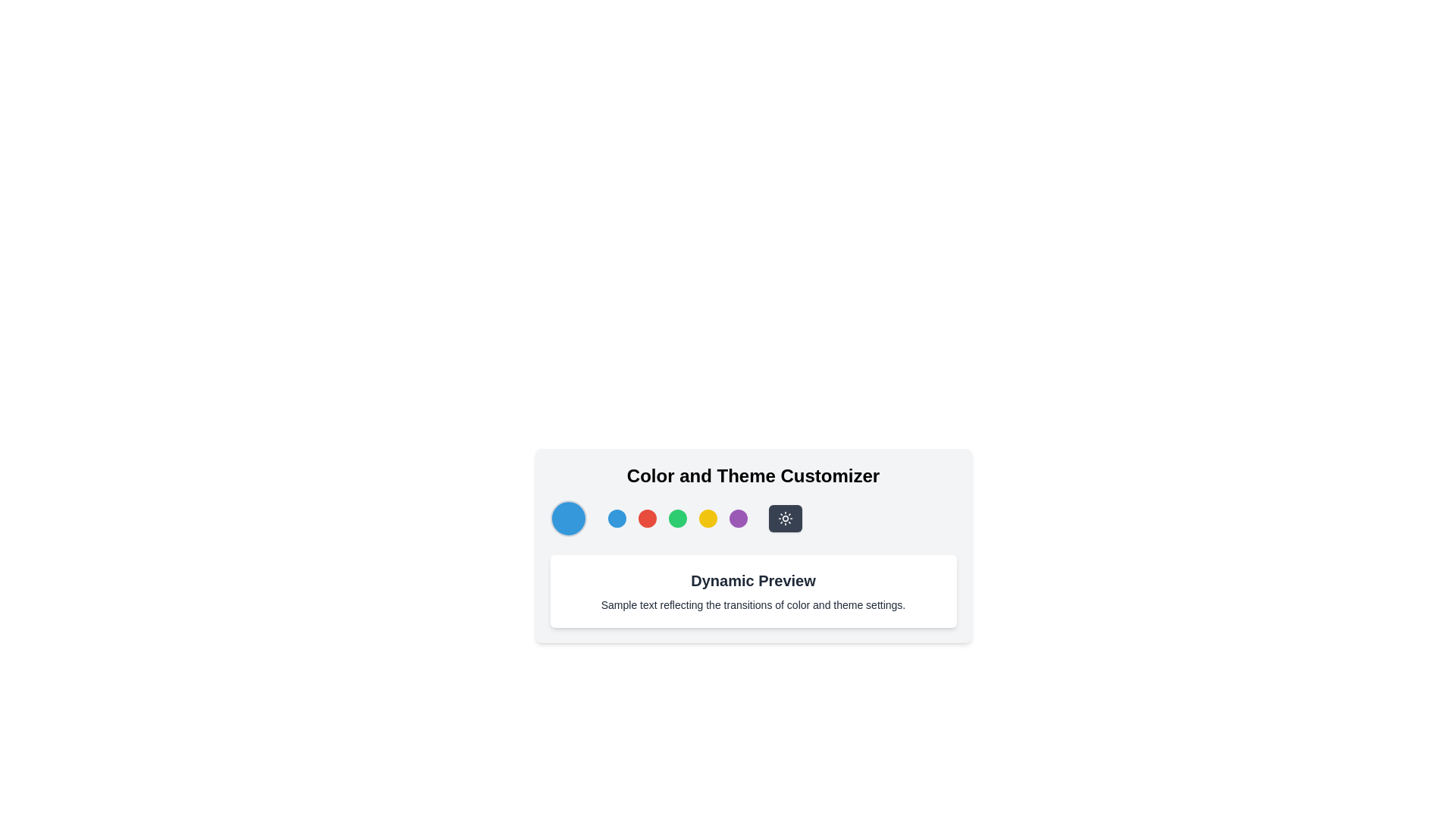 This screenshot has height=819, width=1456. I want to click on the green circular button, which is the third button from the left in the 'Color and Theme Customizer' section, so click(676, 517).